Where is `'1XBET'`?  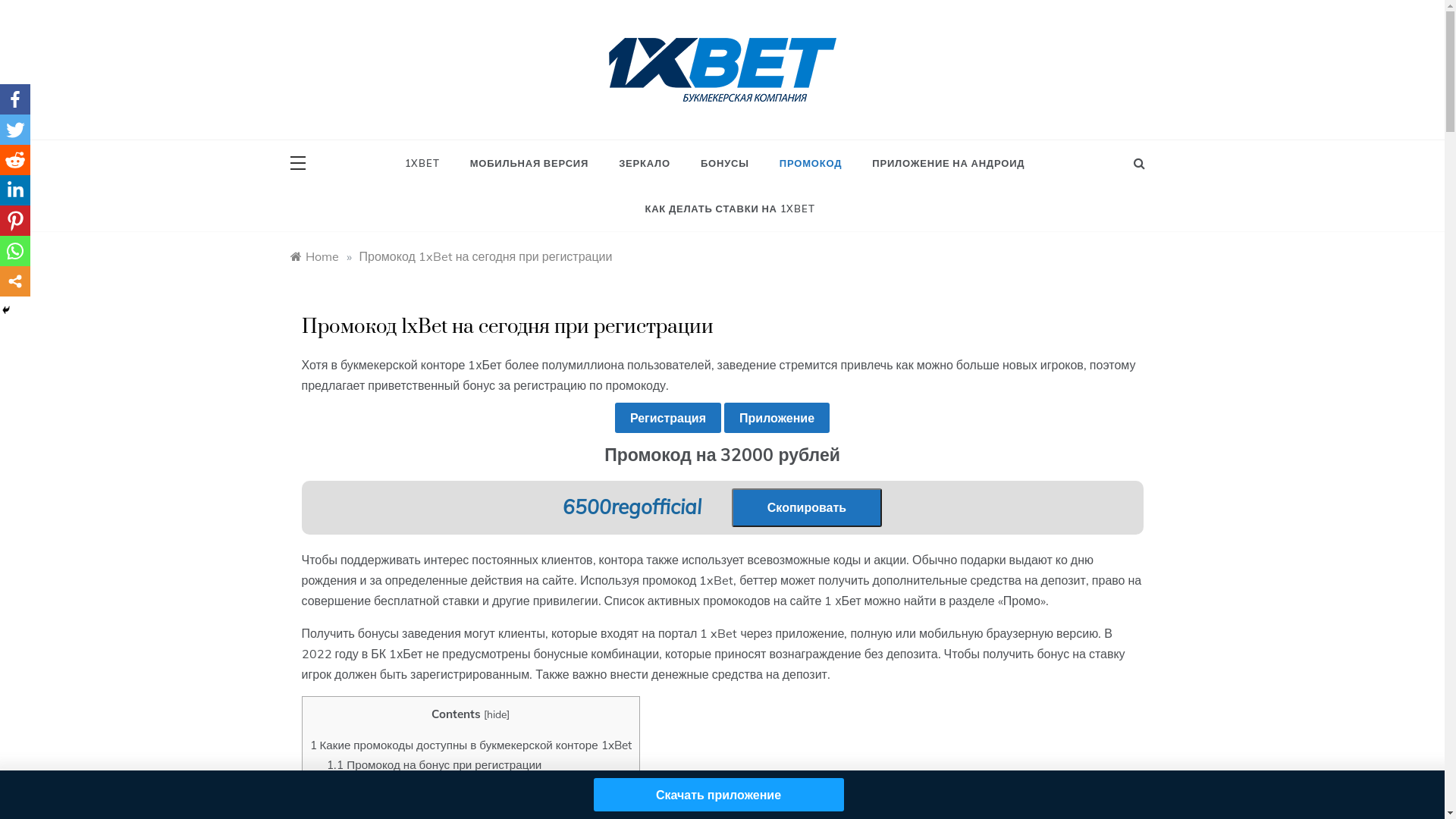 '1XBET' is located at coordinates (428, 163).